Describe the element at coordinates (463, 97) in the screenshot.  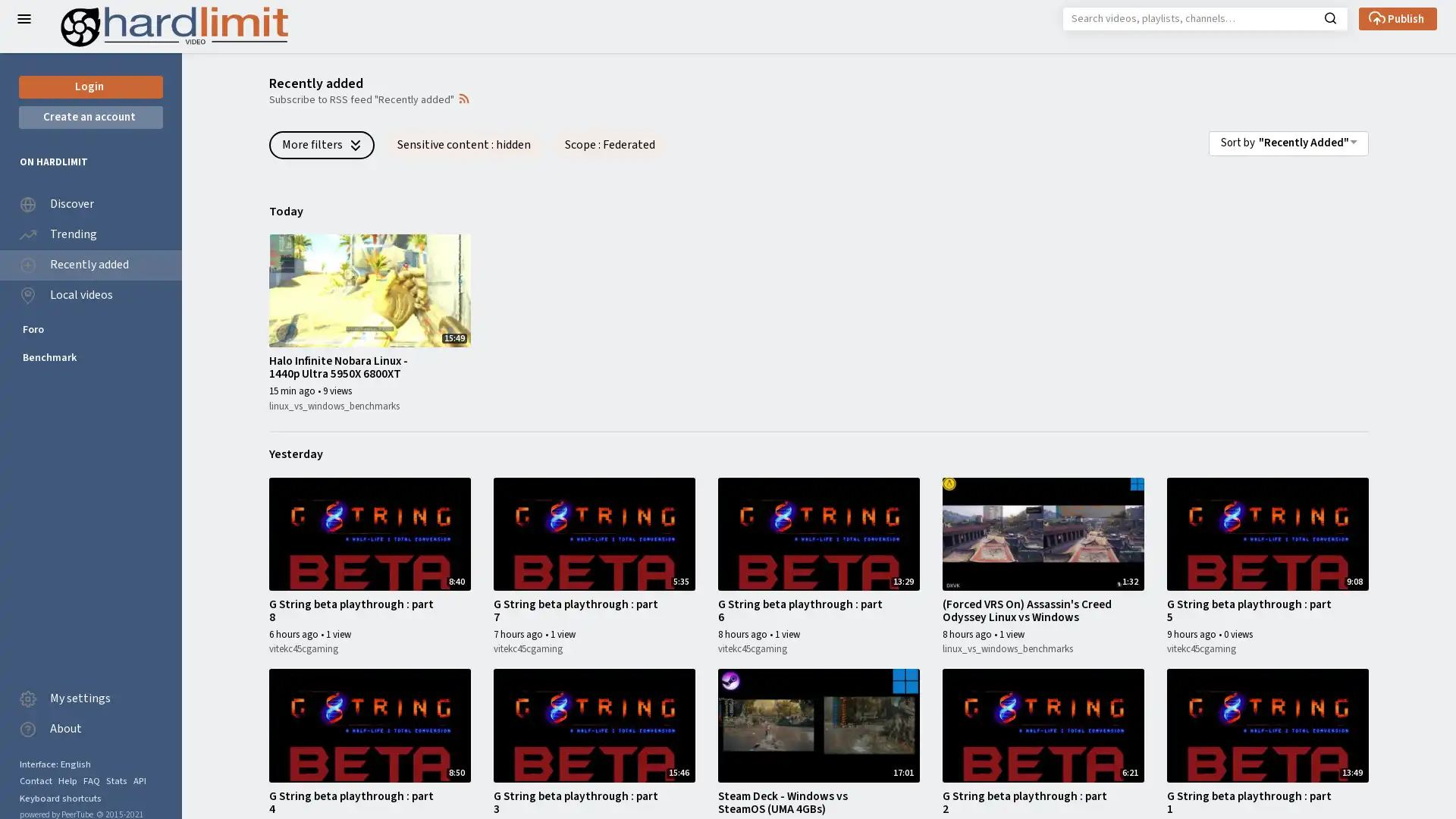
I see `Open syndication dropdown` at that location.